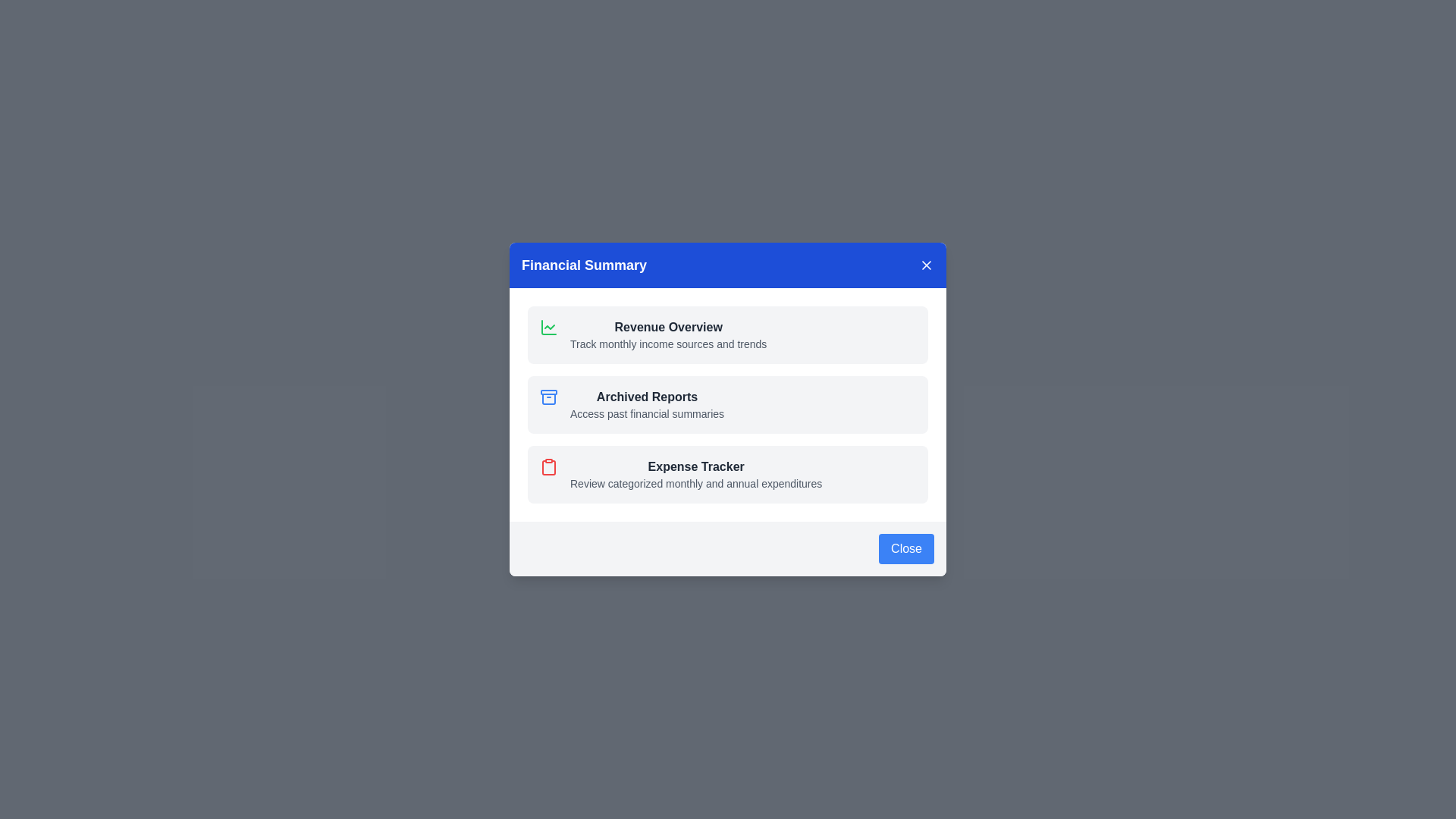 The image size is (1456, 819). What do you see at coordinates (695, 473) in the screenshot?
I see `the Expense Tracker section in the Financial Summary dialog` at bounding box center [695, 473].